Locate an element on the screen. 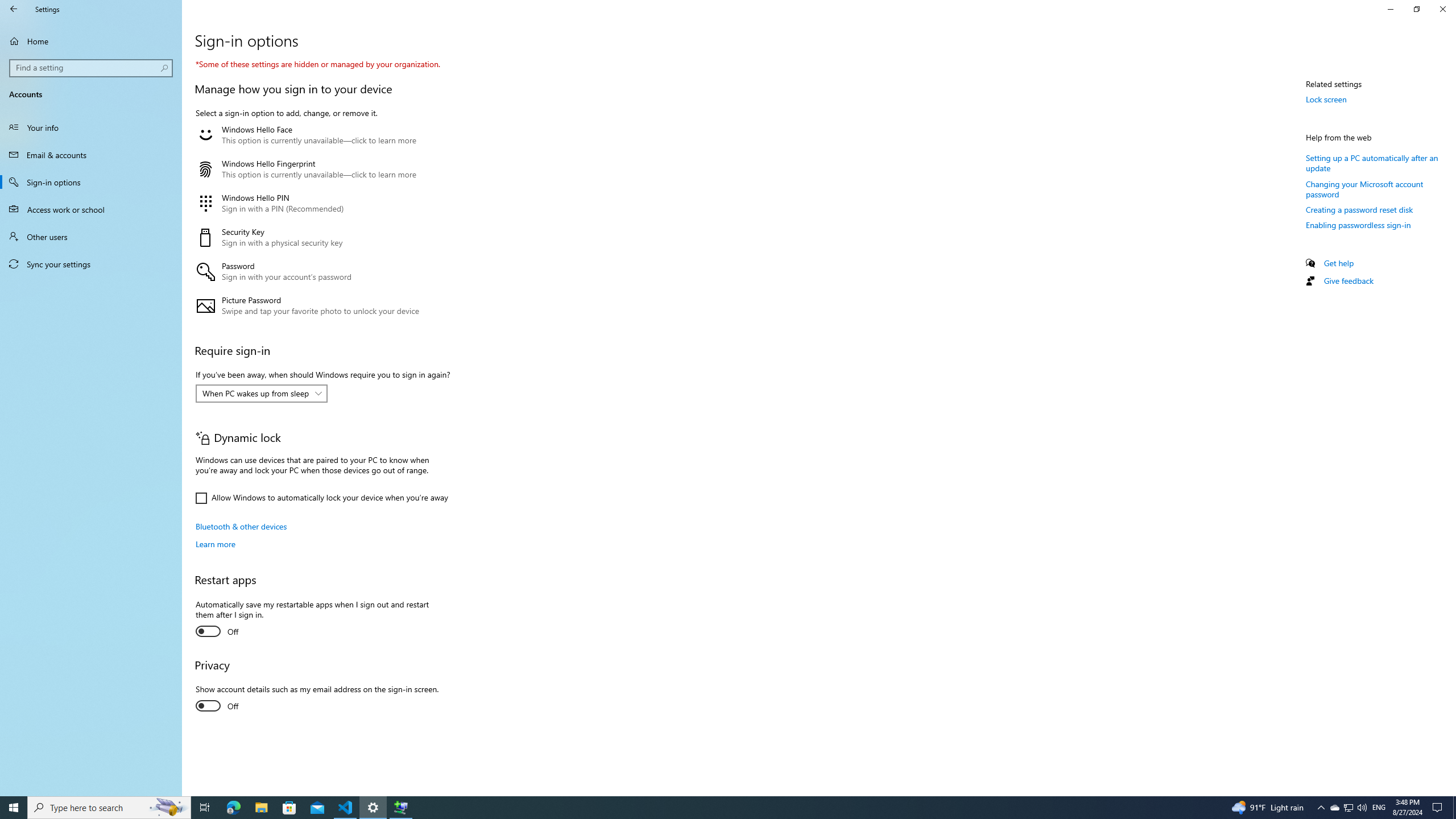  'Tray Input Indicator - English (United States)' is located at coordinates (1379, 806).